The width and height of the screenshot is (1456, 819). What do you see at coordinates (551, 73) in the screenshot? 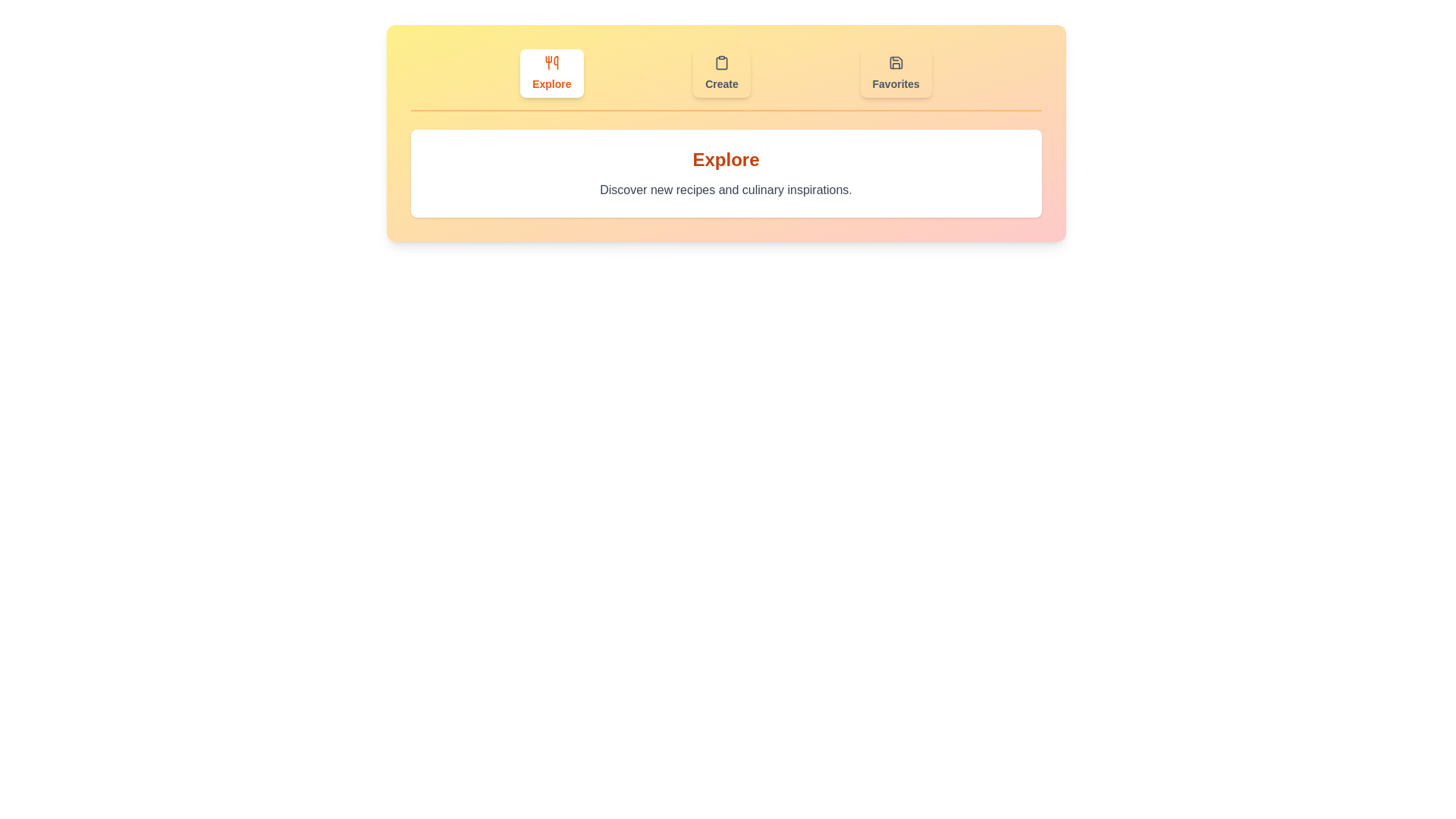
I see `the Explore tab by clicking on its button` at bounding box center [551, 73].